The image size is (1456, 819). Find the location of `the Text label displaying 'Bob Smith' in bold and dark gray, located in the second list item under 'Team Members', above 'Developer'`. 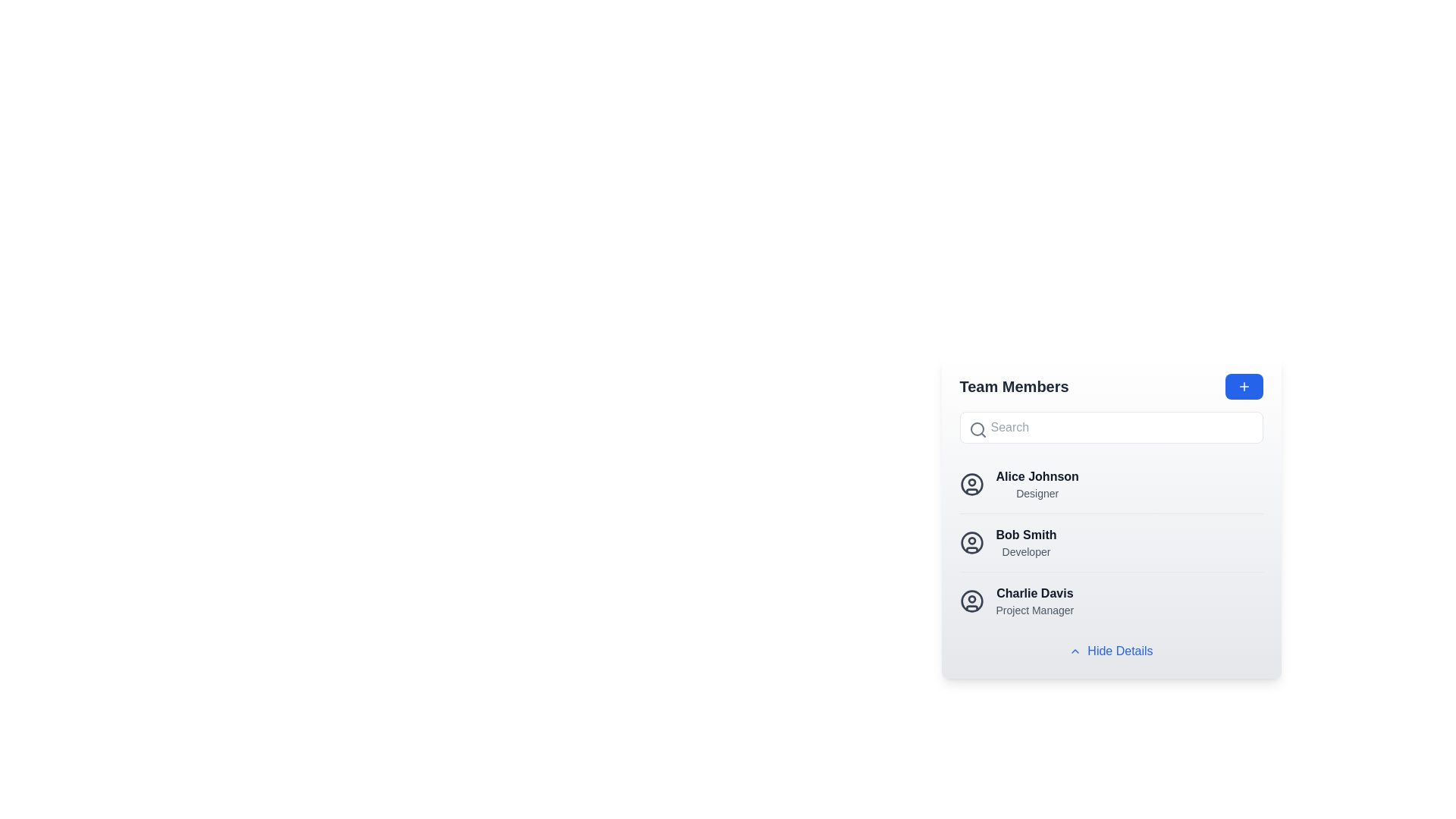

the Text label displaying 'Bob Smith' in bold and dark gray, located in the second list item under 'Team Members', above 'Developer' is located at coordinates (1026, 534).